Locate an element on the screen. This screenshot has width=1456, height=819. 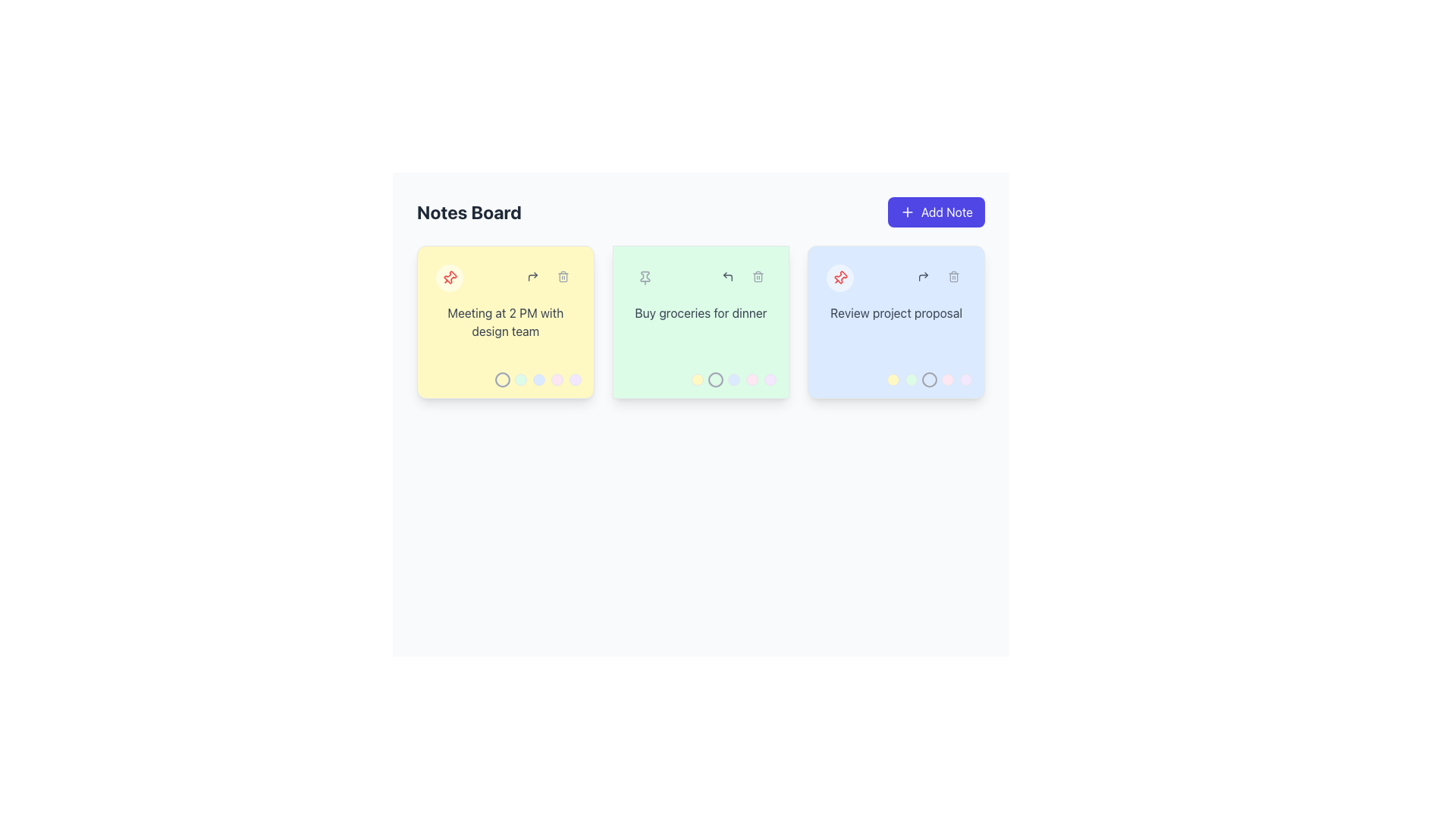
the trash can icon button located in the top right corner of the yellow card titled 'Meeting at 2 PM with design team' is located at coordinates (562, 277).